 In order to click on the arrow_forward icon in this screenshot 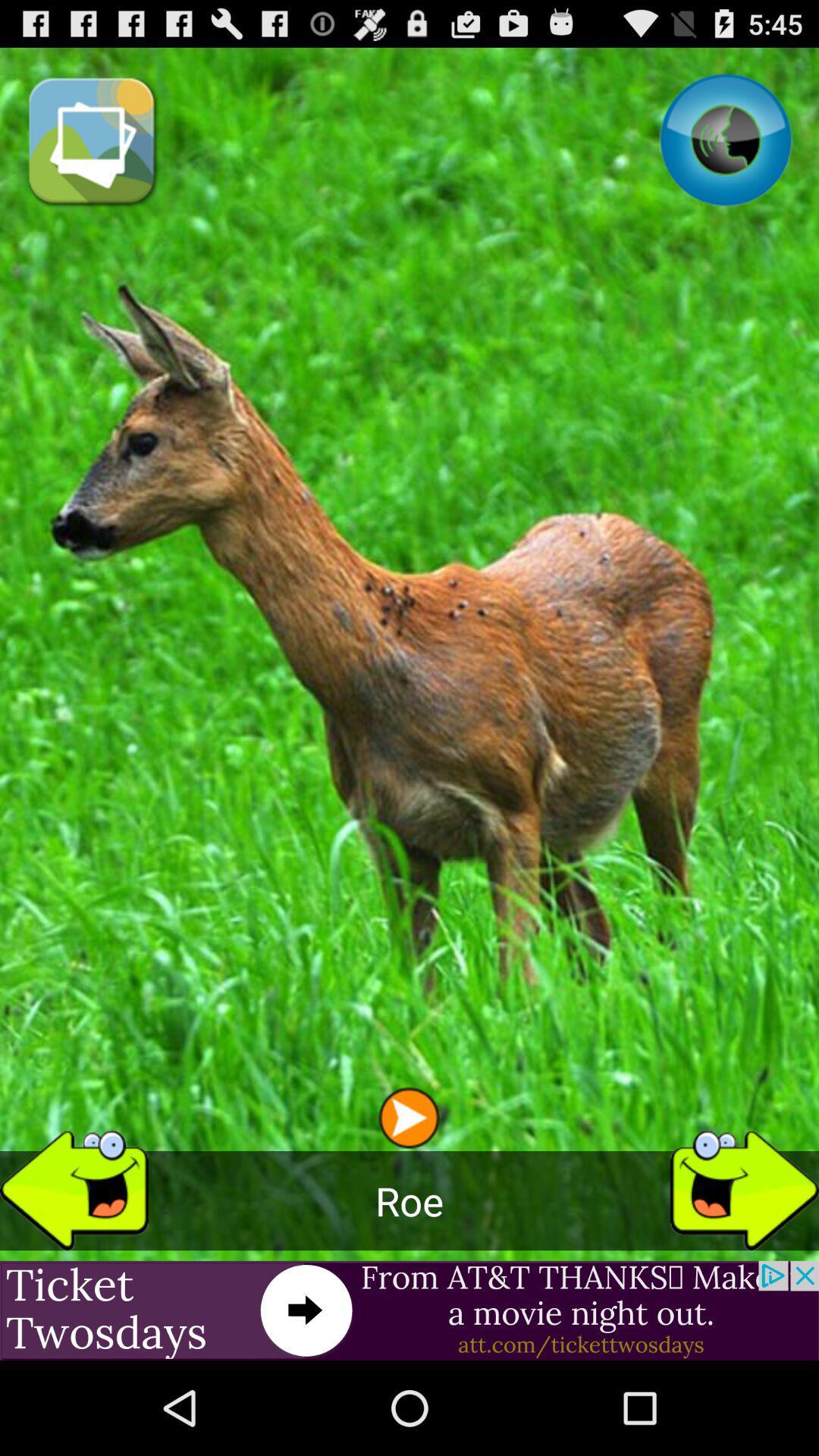, I will do `click(744, 1267)`.